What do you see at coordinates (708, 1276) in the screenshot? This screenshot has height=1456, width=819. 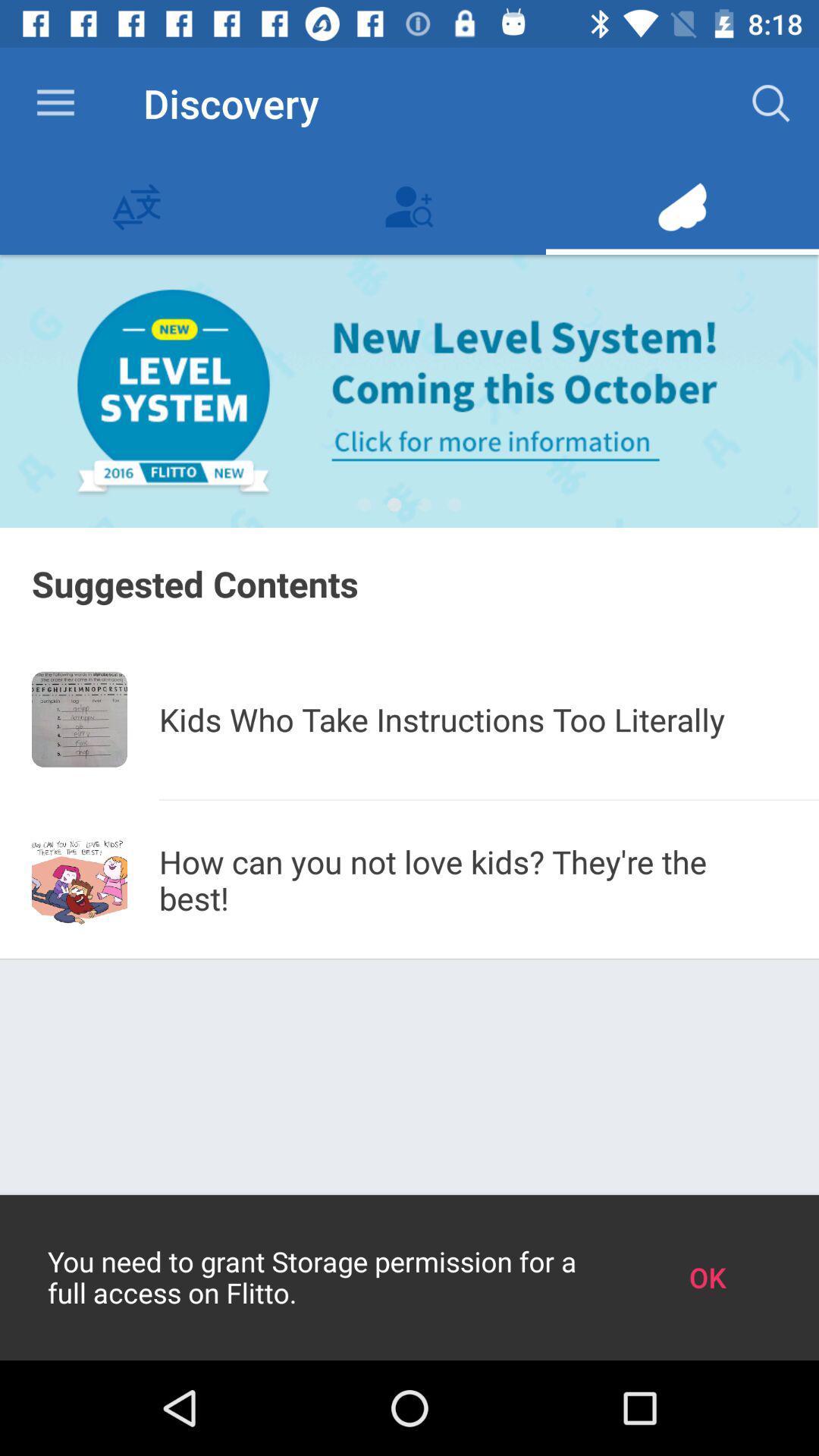 I see `the item at the bottom right corner` at bounding box center [708, 1276].